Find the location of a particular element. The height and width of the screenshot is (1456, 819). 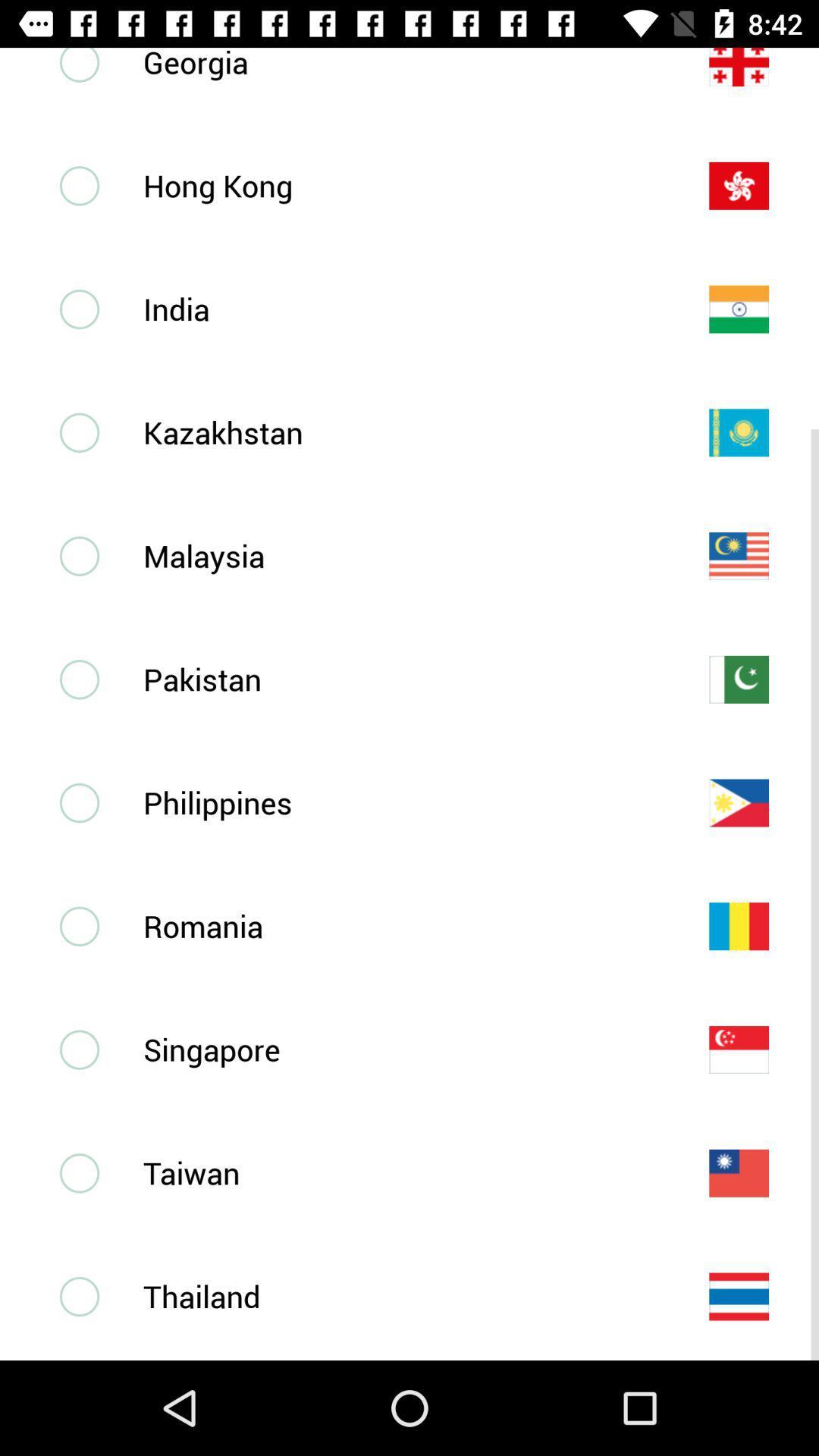

kazakhstan icon is located at coordinates (400, 431).